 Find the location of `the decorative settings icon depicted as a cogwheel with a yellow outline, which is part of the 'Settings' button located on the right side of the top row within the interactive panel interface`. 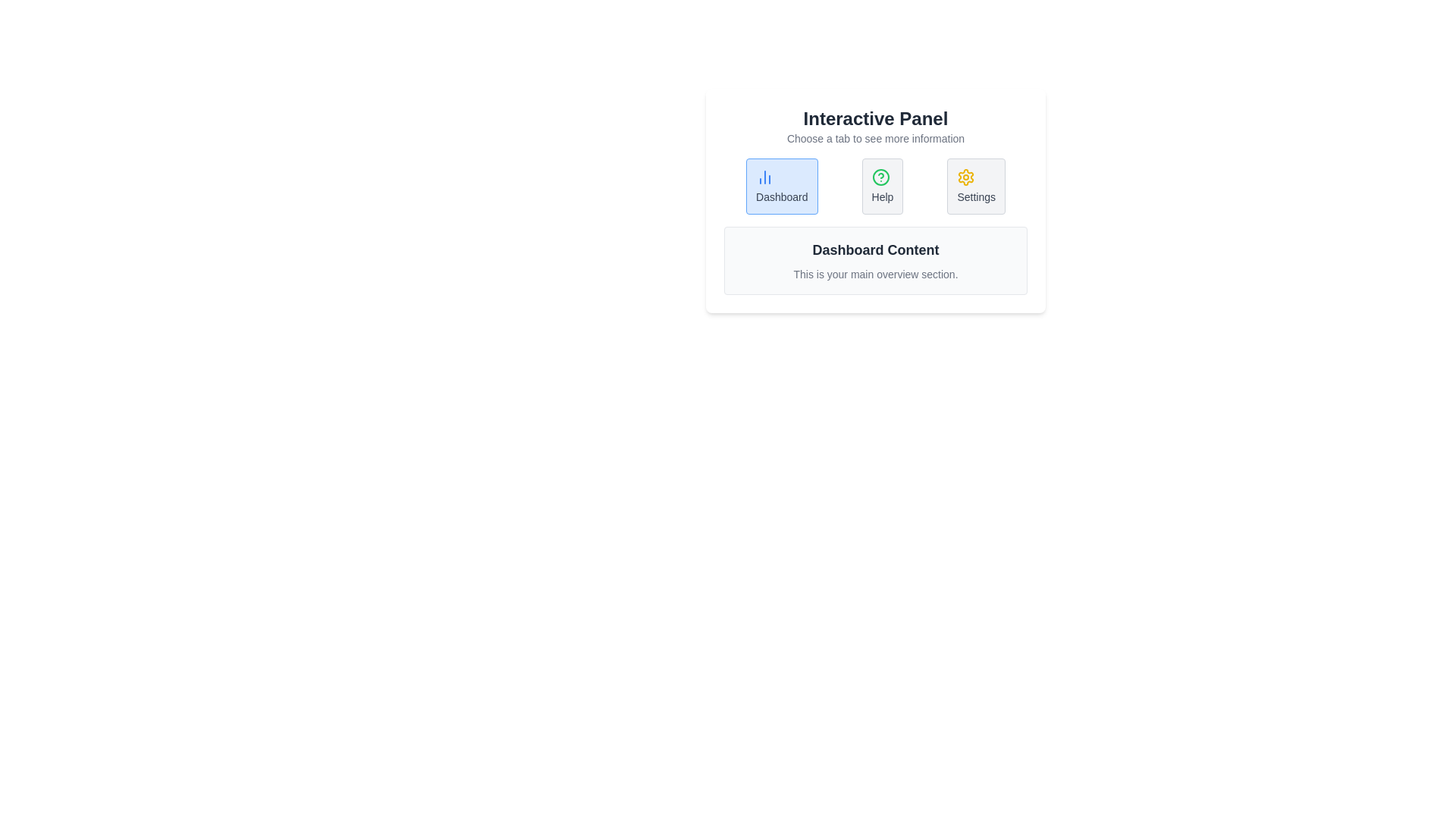

the decorative settings icon depicted as a cogwheel with a yellow outline, which is part of the 'Settings' button located on the right side of the top row within the interactive panel interface is located at coordinates (965, 177).